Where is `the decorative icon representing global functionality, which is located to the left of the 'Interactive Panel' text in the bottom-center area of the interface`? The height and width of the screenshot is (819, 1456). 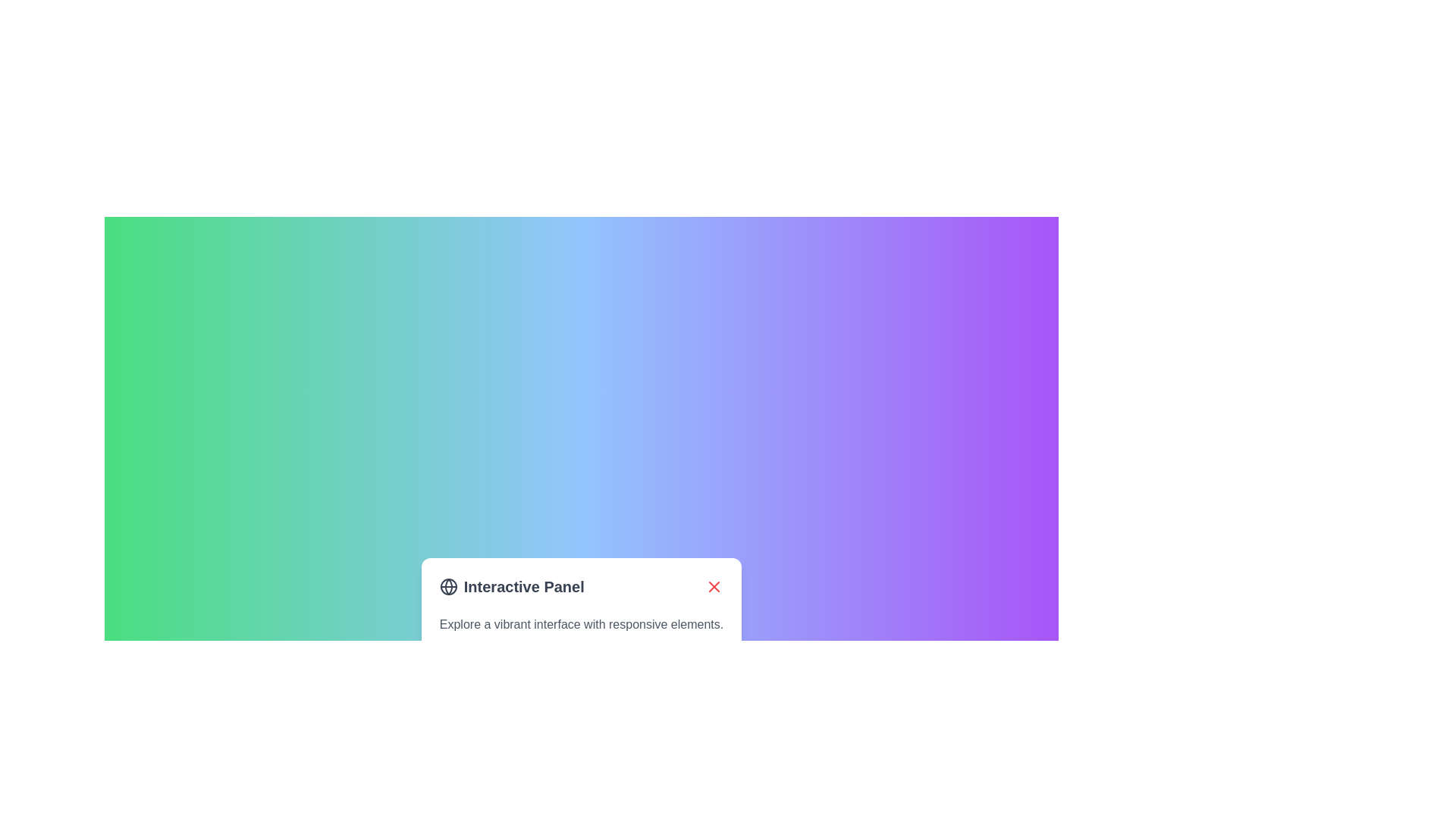
the decorative icon representing global functionality, which is located to the left of the 'Interactive Panel' text in the bottom-center area of the interface is located at coordinates (447, 586).